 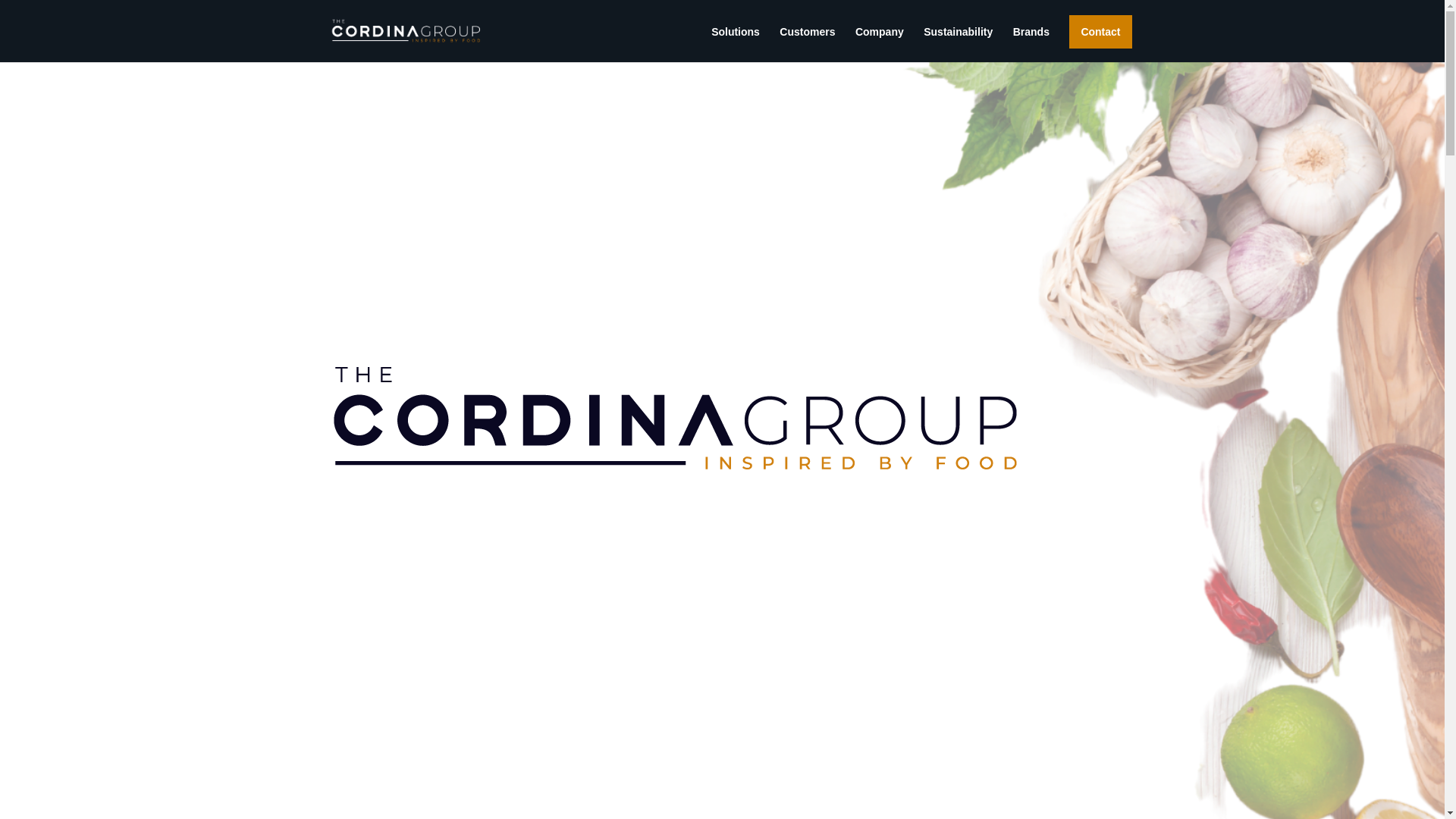 What do you see at coordinates (923, 43) in the screenshot?
I see `'Sustainability'` at bounding box center [923, 43].